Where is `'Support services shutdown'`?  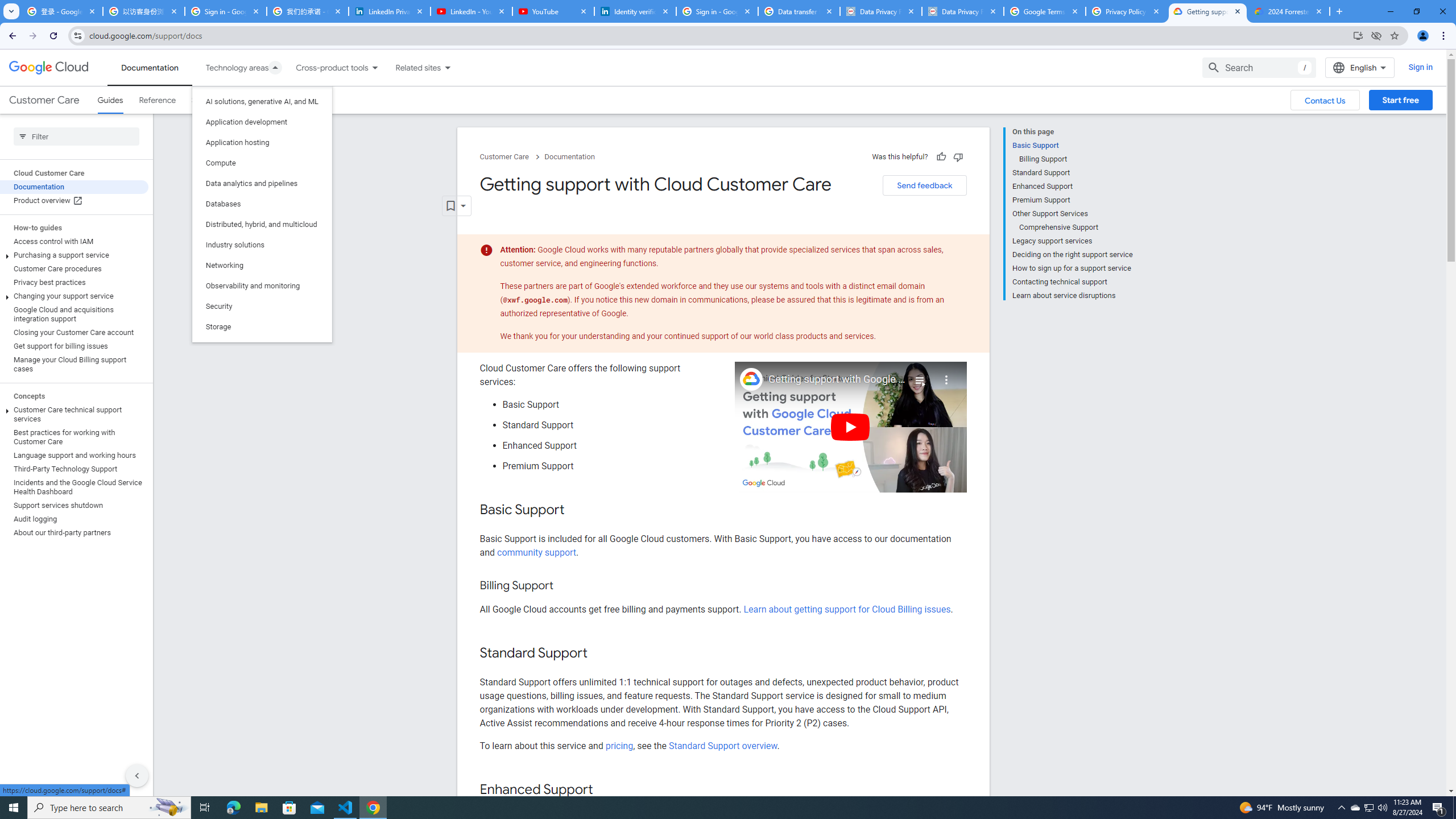
'Support services shutdown' is located at coordinates (74, 505).